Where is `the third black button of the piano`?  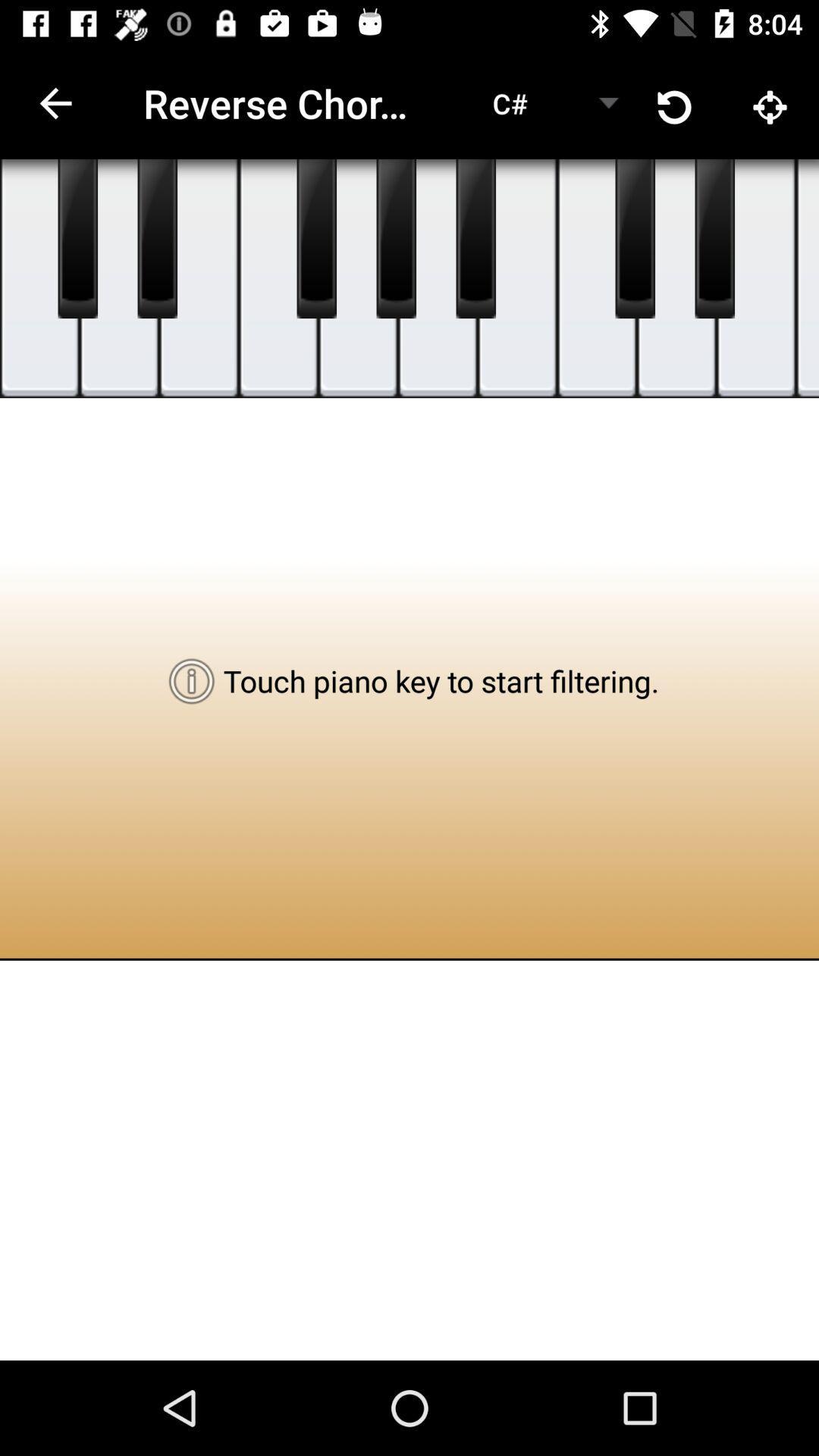 the third black button of the piano is located at coordinates (315, 238).